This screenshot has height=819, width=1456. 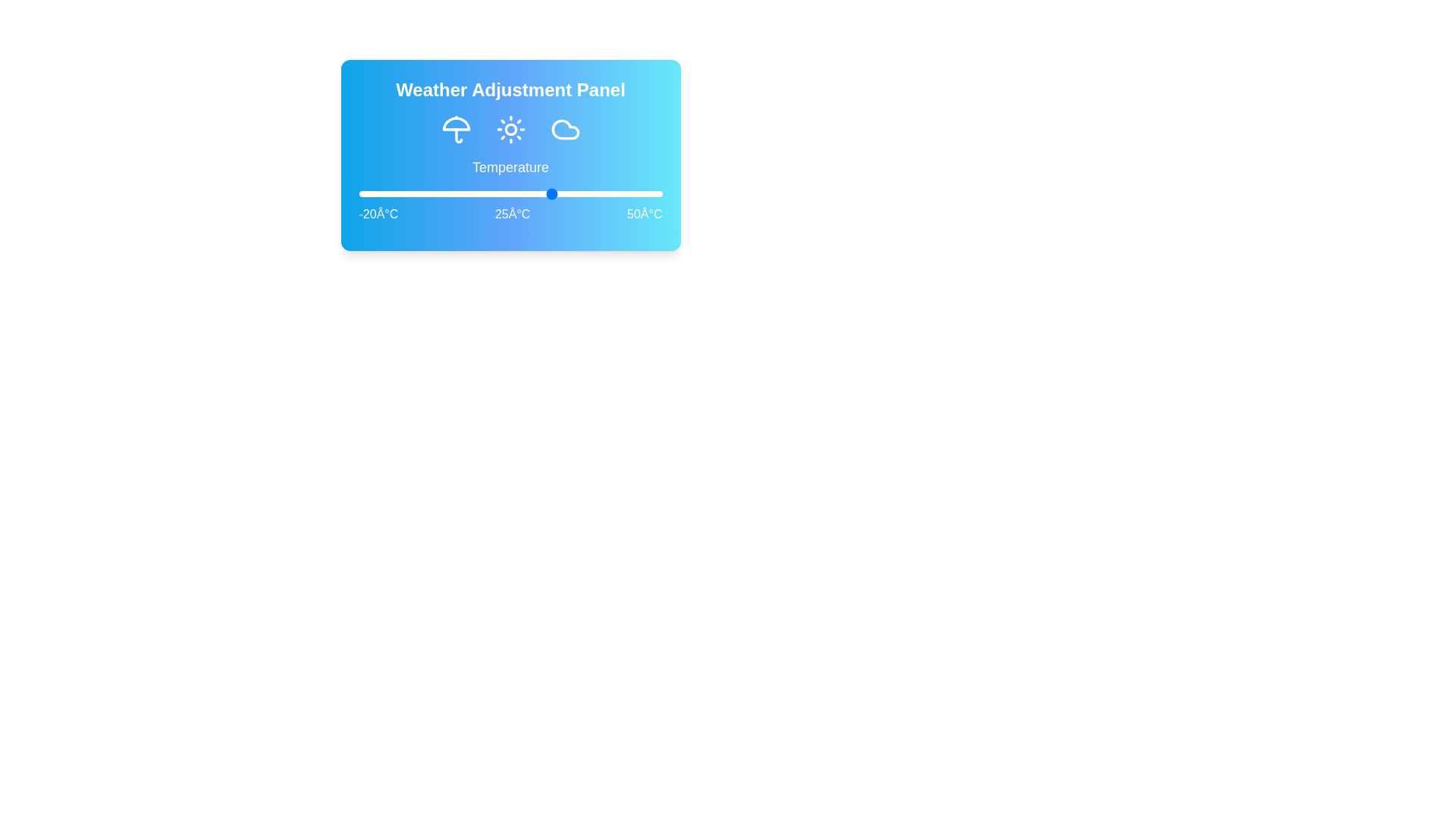 I want to click on the temperature slider to -9°C, so click(x=406, y=193).